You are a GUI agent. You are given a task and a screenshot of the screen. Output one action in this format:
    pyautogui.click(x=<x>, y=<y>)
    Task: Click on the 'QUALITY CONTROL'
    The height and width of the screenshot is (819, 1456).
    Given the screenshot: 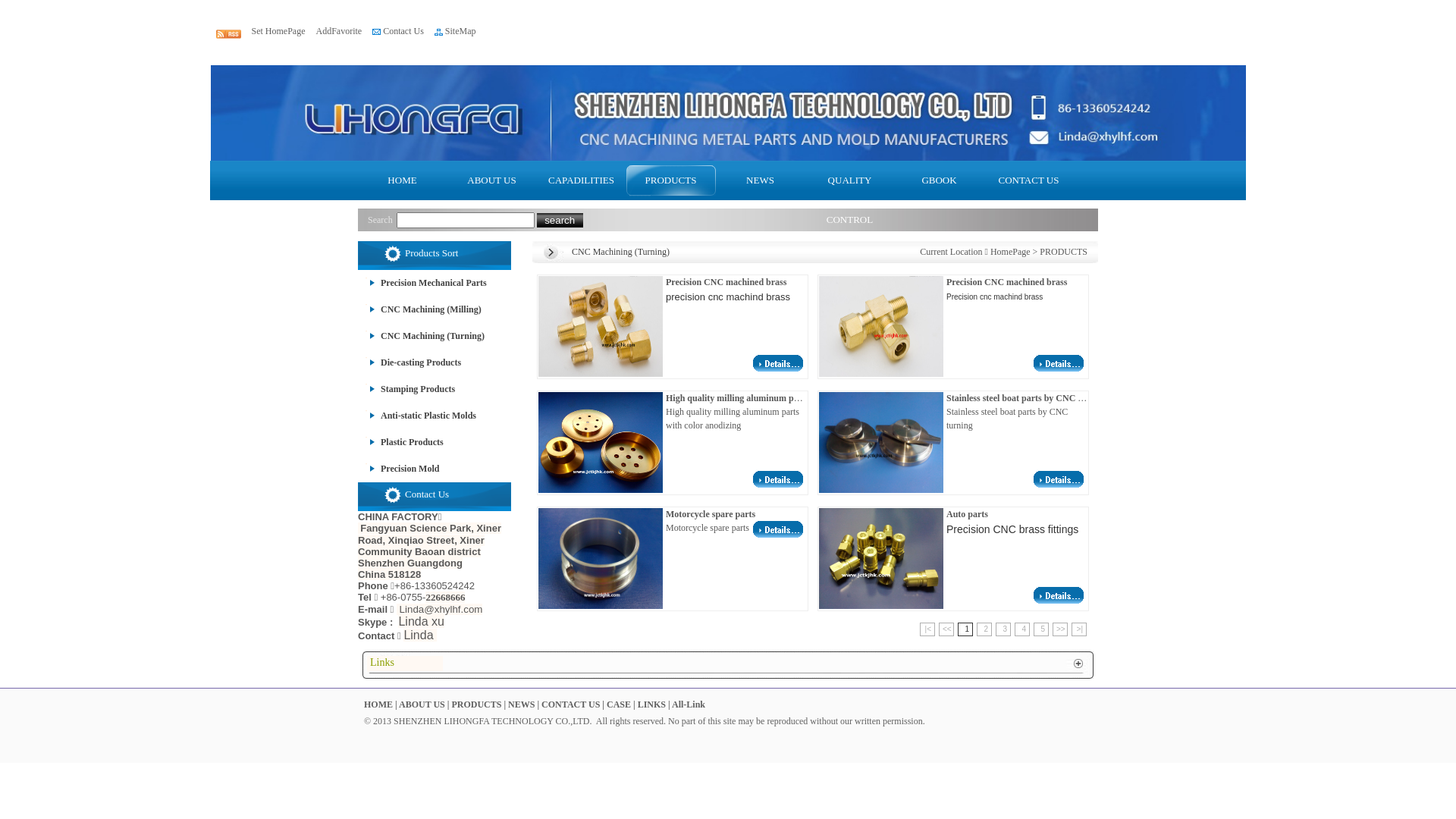 What is the action you would take?
    pyautogui.click(x=850, y=180)
    